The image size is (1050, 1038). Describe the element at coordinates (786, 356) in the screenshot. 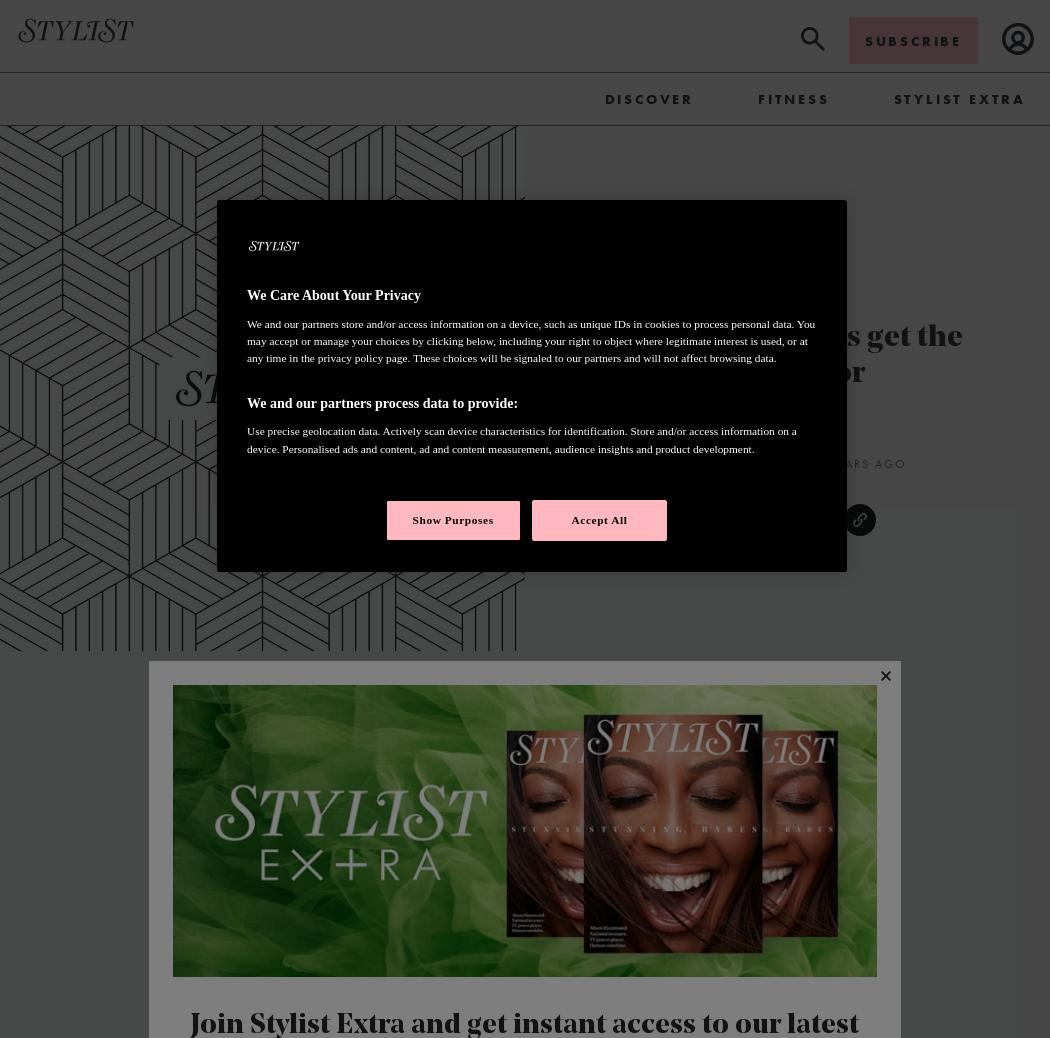

I see `'London Olympics get the Max Factor'` at that location.